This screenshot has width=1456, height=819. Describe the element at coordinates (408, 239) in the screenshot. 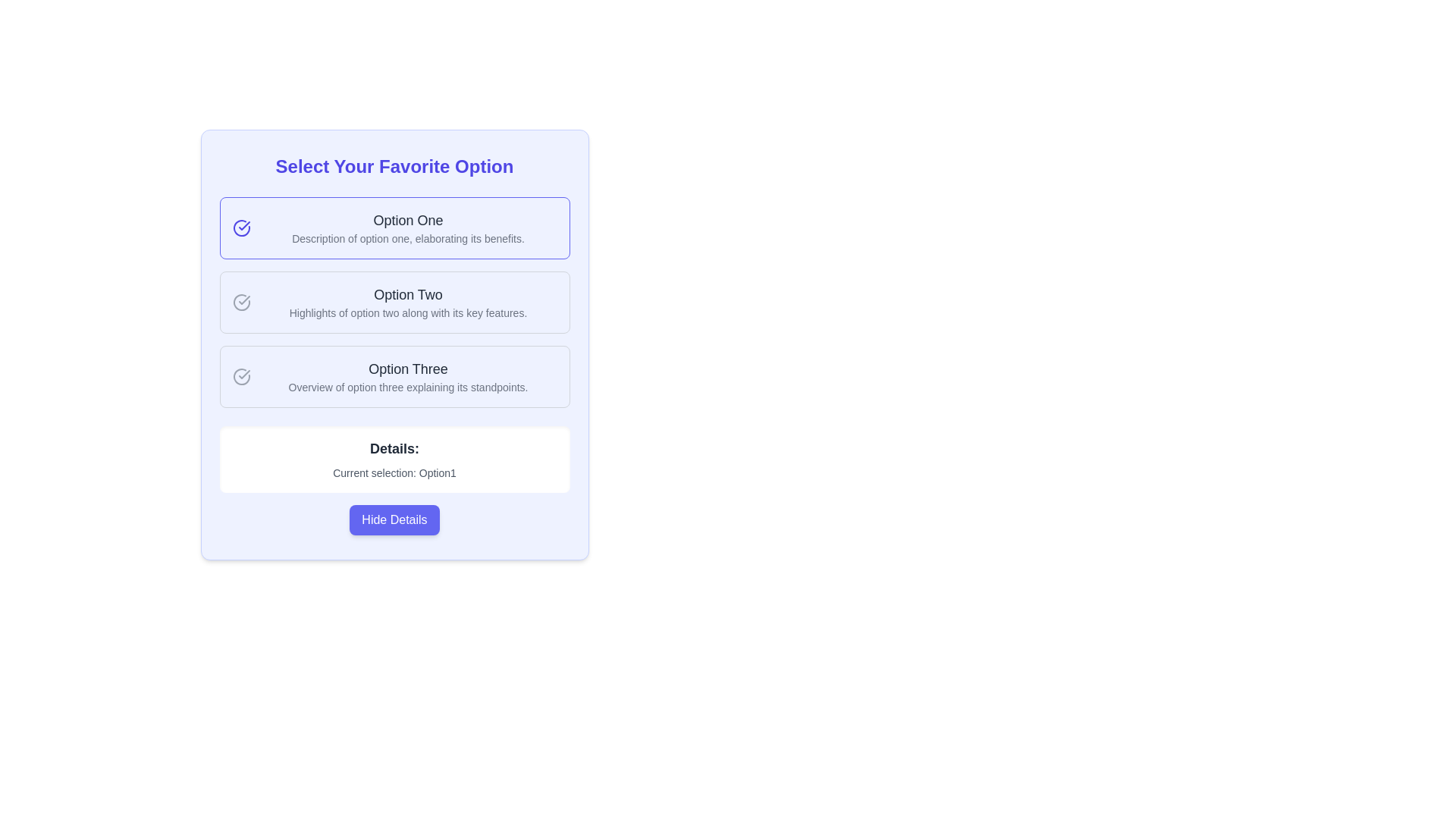

I see `the text component displaying 'Description of option one, elaborating its benefits.' which is located under the headline 'Option One'` at that location.